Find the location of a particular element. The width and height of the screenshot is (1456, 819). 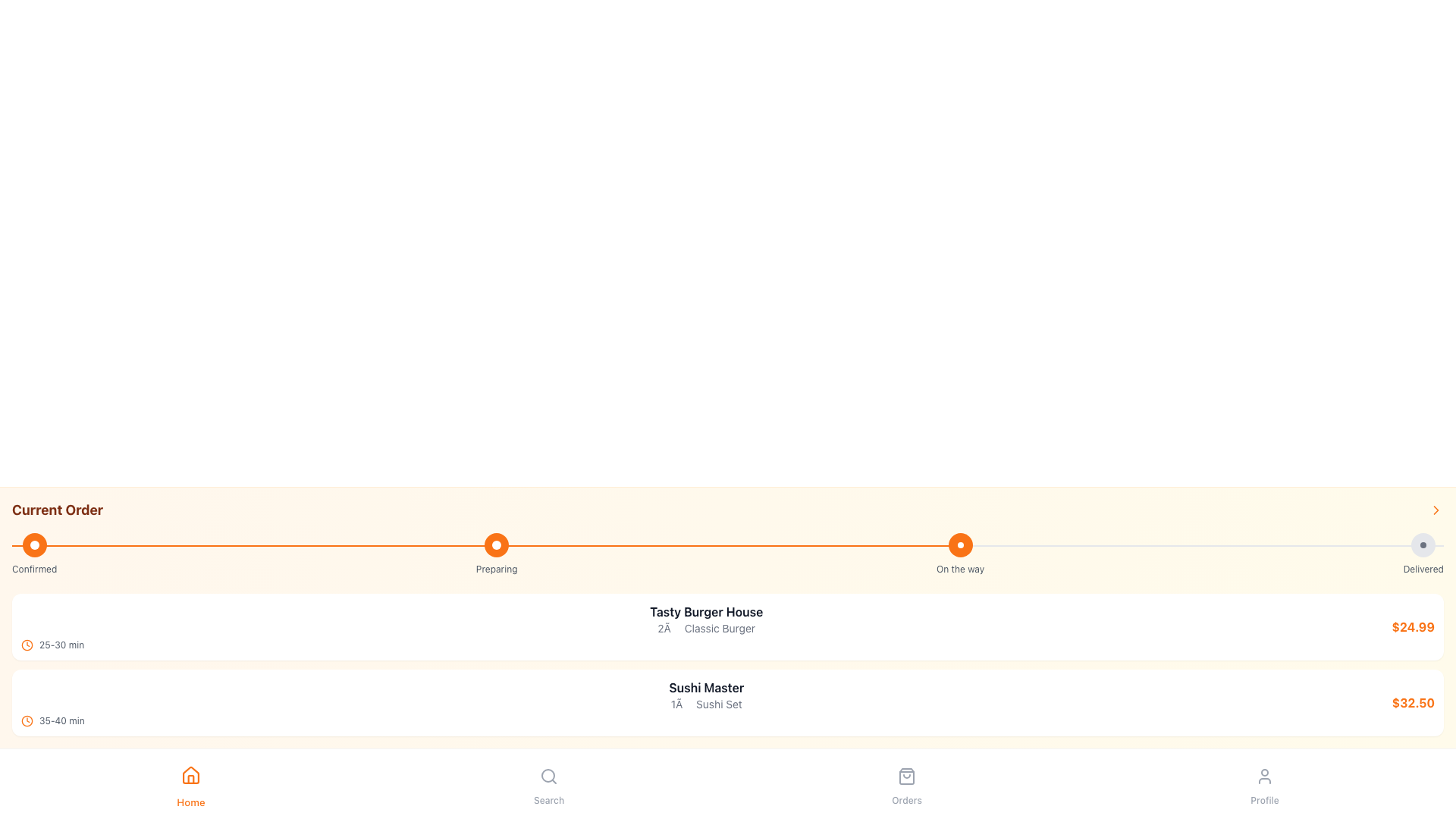

the 'Orders' text label located in the bottom navigation area, which is the third label among navigation options, positioned between 'Search' and 'Profile' is located at coordinates (907, 800).